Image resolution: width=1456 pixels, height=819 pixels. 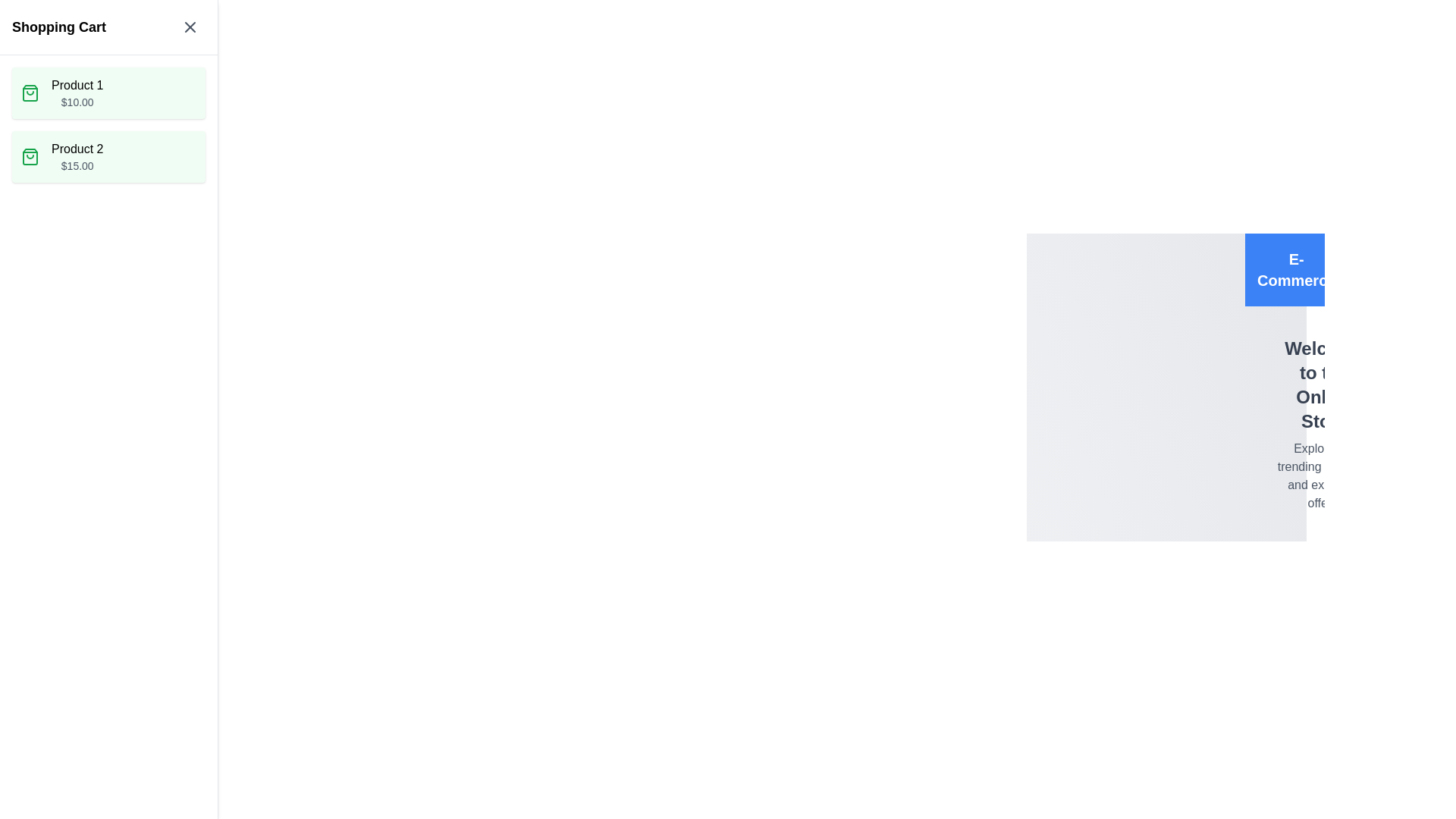 What do you see at coordinates (77, 149) in the screenshot?
I see `text label displaying the name or title of 'Product 2' in the shopping cart interface, located above the price label '$15.00'` at bounding box center [77, 149].